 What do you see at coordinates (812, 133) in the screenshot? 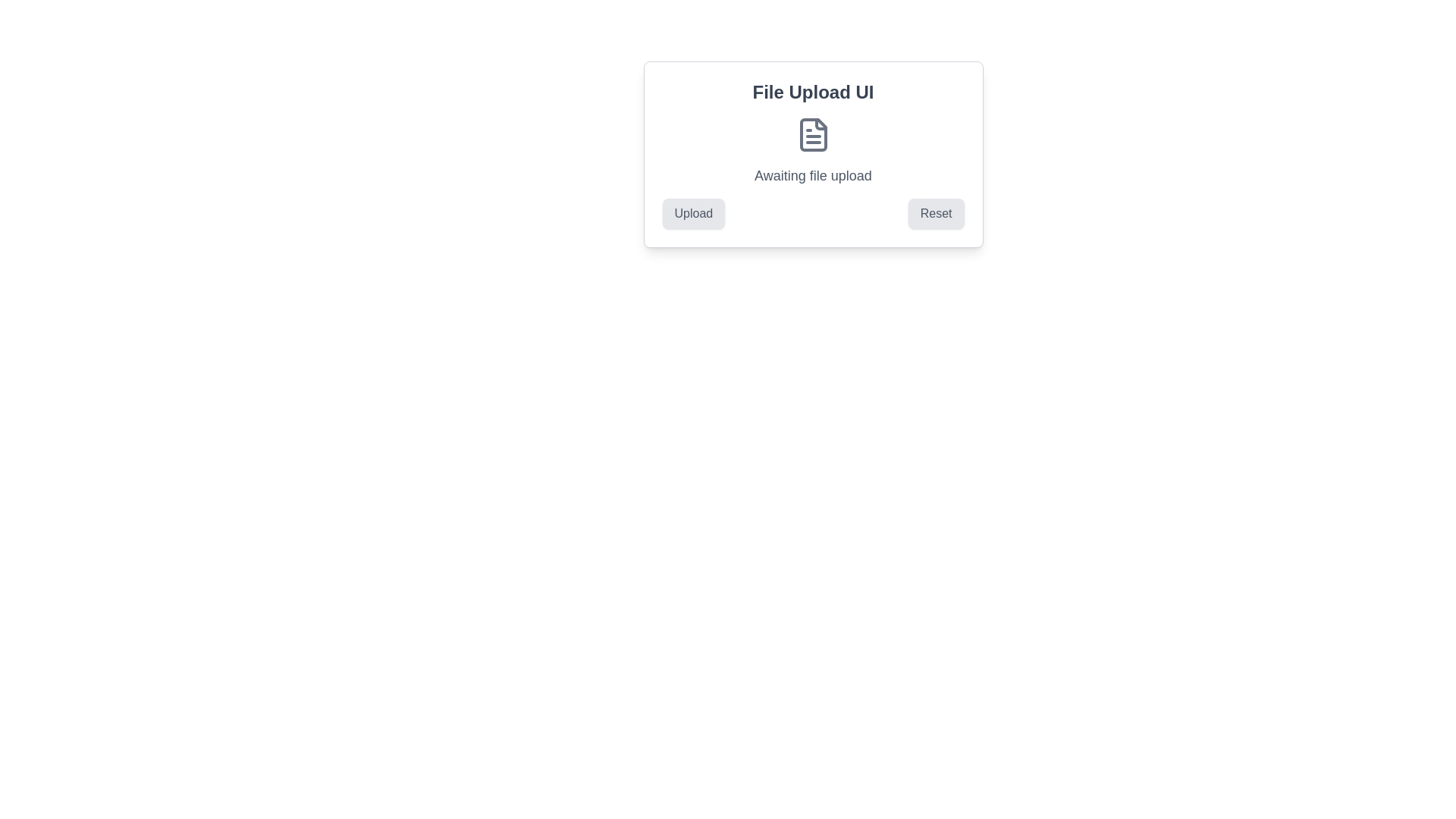
I see `the gray document icon with a folded corner located centrally under the 'File Upload UI' title` at bounding box center [812, 133].